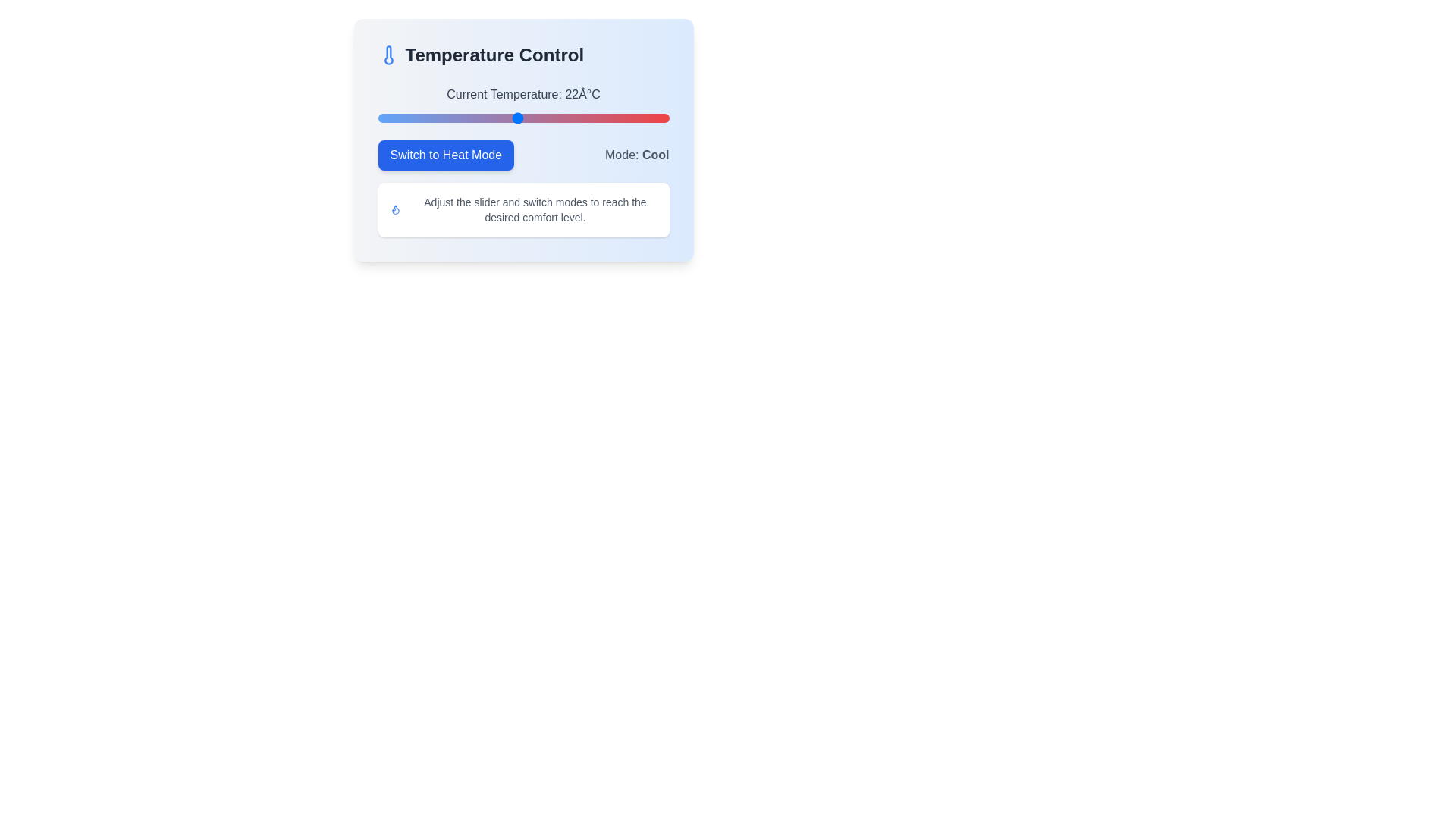  Describe the element at coordinates (657, 117) in the screenshot. I see `the temperature slider to set the value to 34°C` at that location.